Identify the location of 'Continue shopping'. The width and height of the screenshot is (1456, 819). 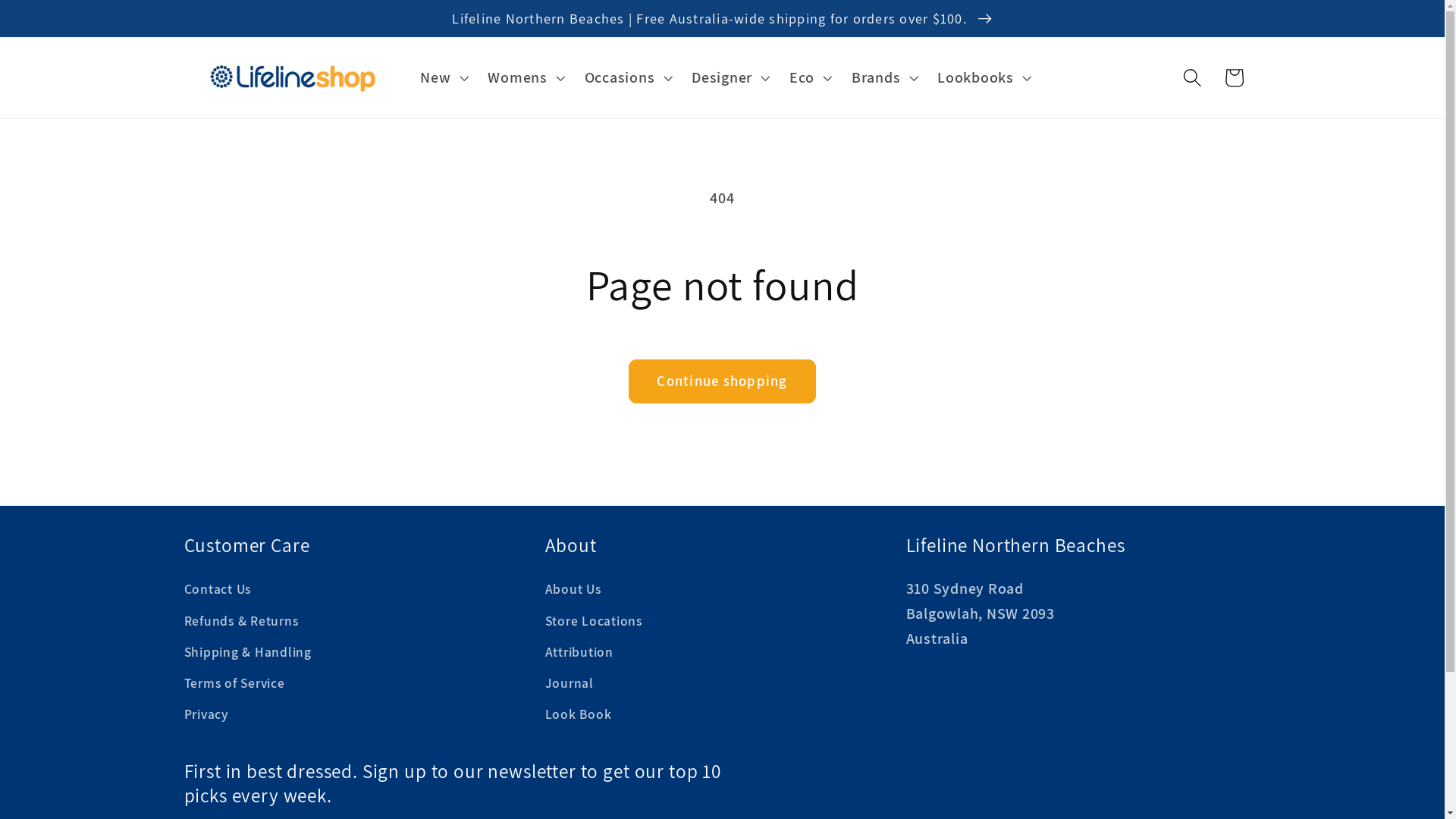
(721, 380).